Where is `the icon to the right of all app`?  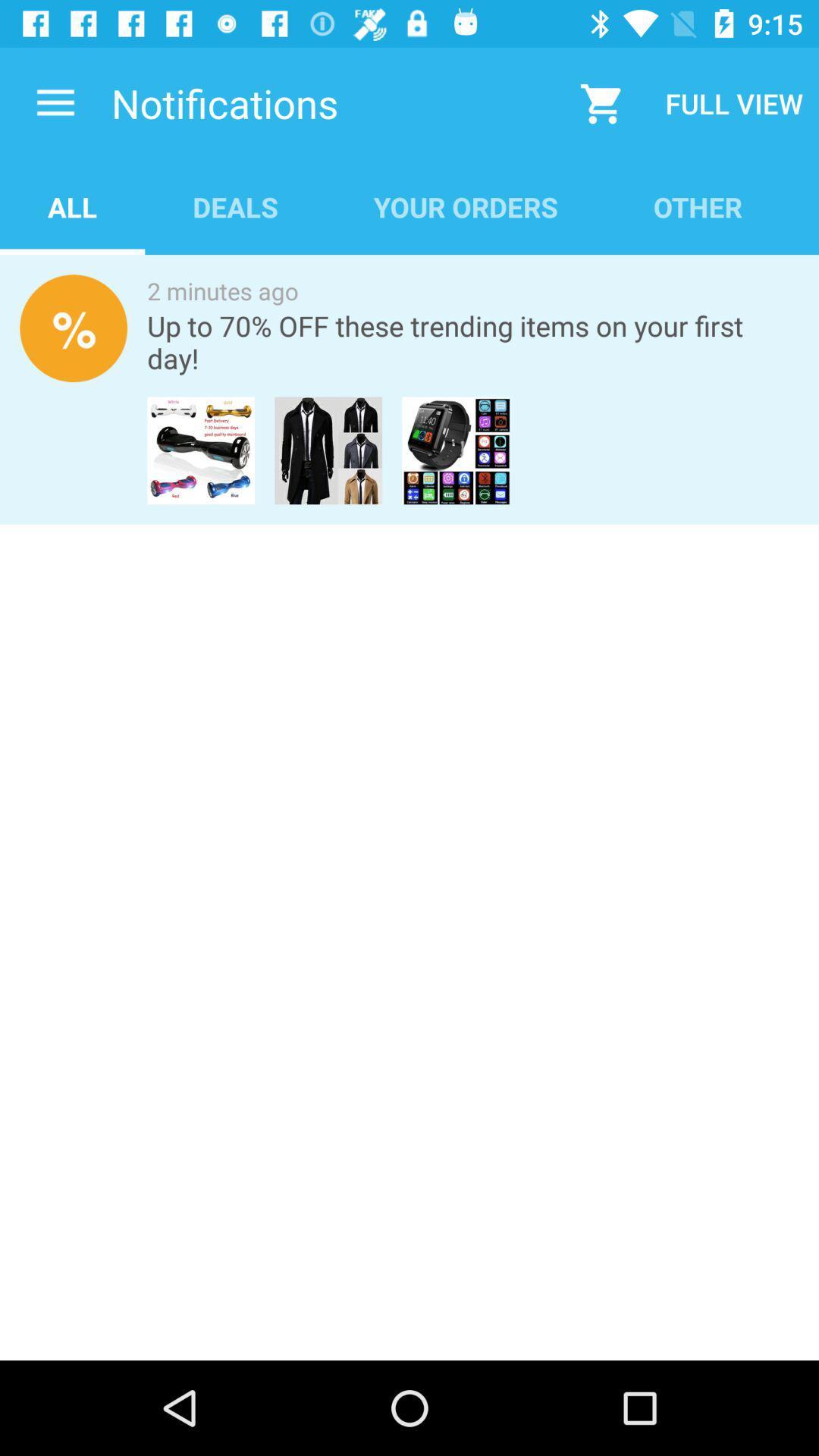 the icon to the right of all app is located at coordinates (235, 206).